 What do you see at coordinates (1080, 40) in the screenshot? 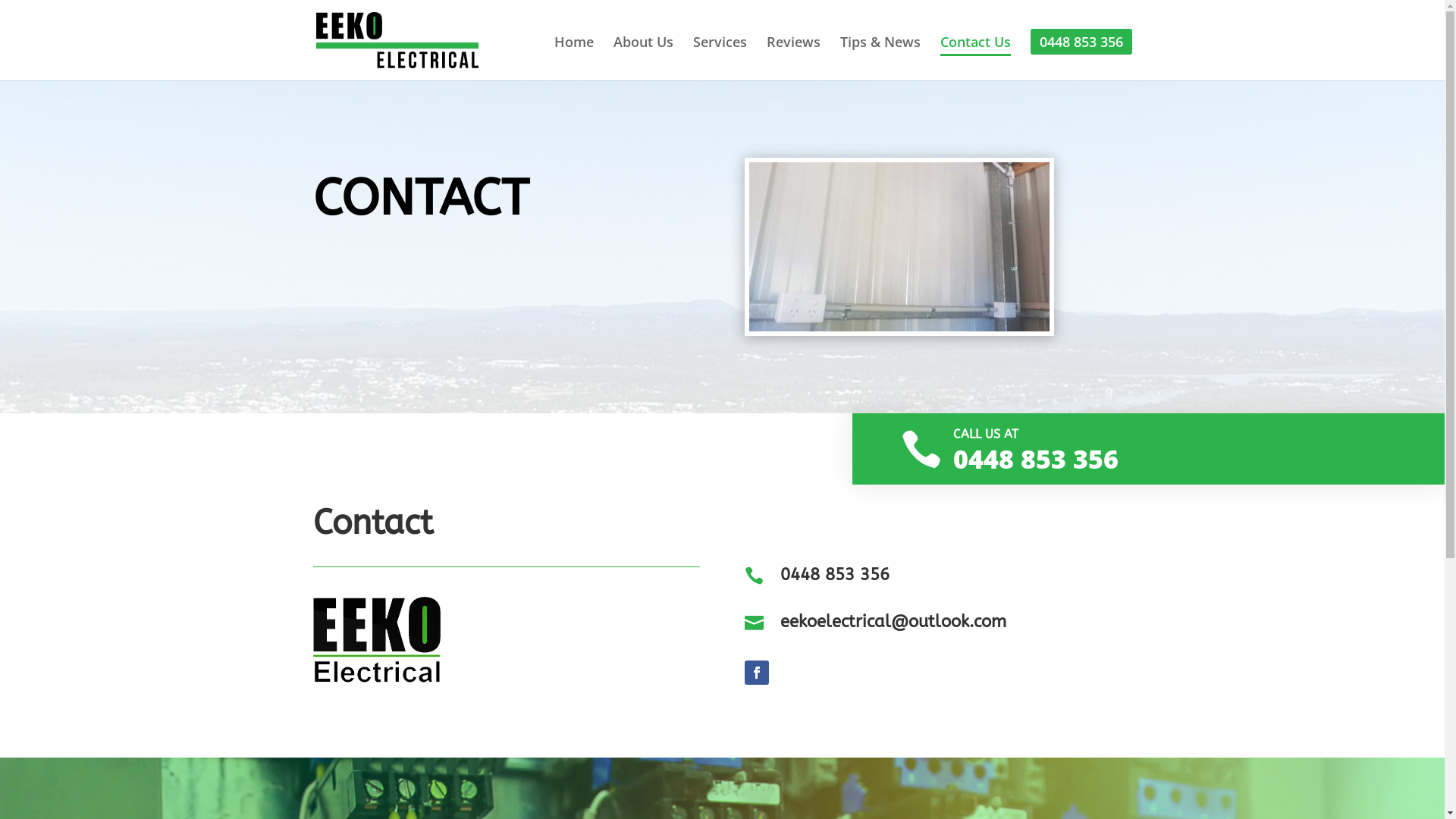
I see `'0448 853 356'` at bounding box center [1080, 40].